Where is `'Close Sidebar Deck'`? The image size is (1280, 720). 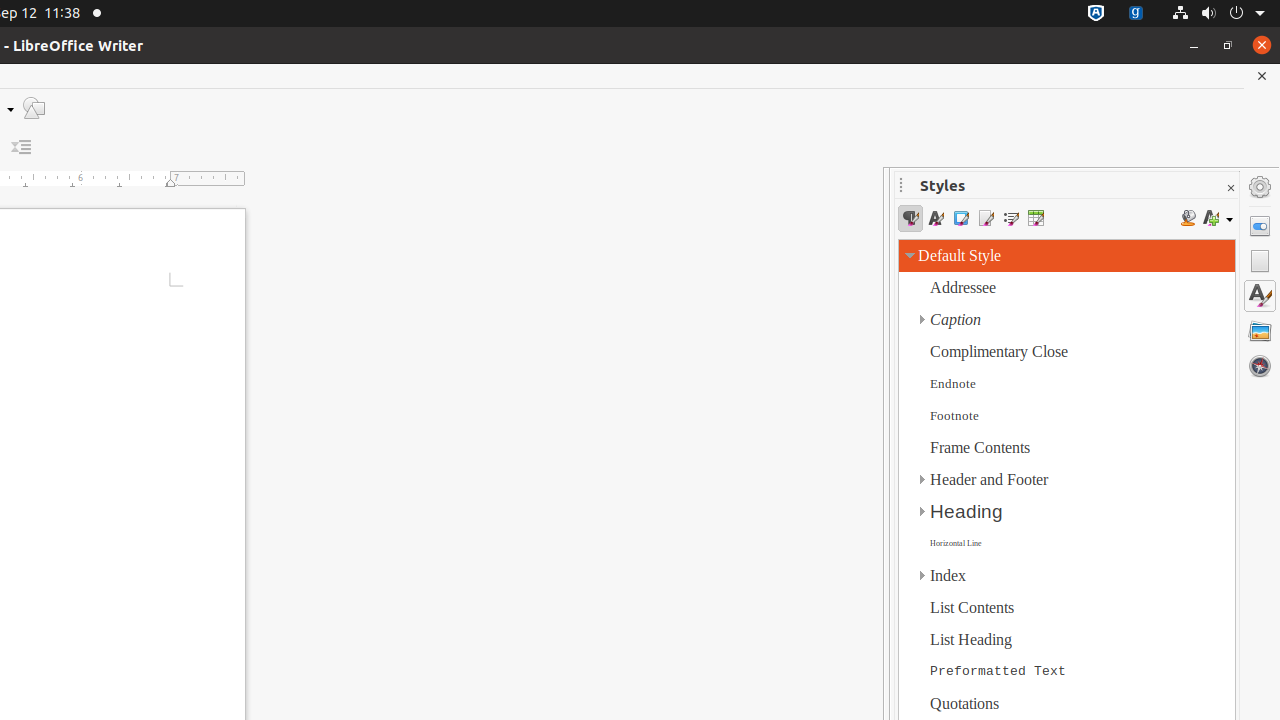 'Close Sidebar Deck' is located at coordinates (1229, 188).